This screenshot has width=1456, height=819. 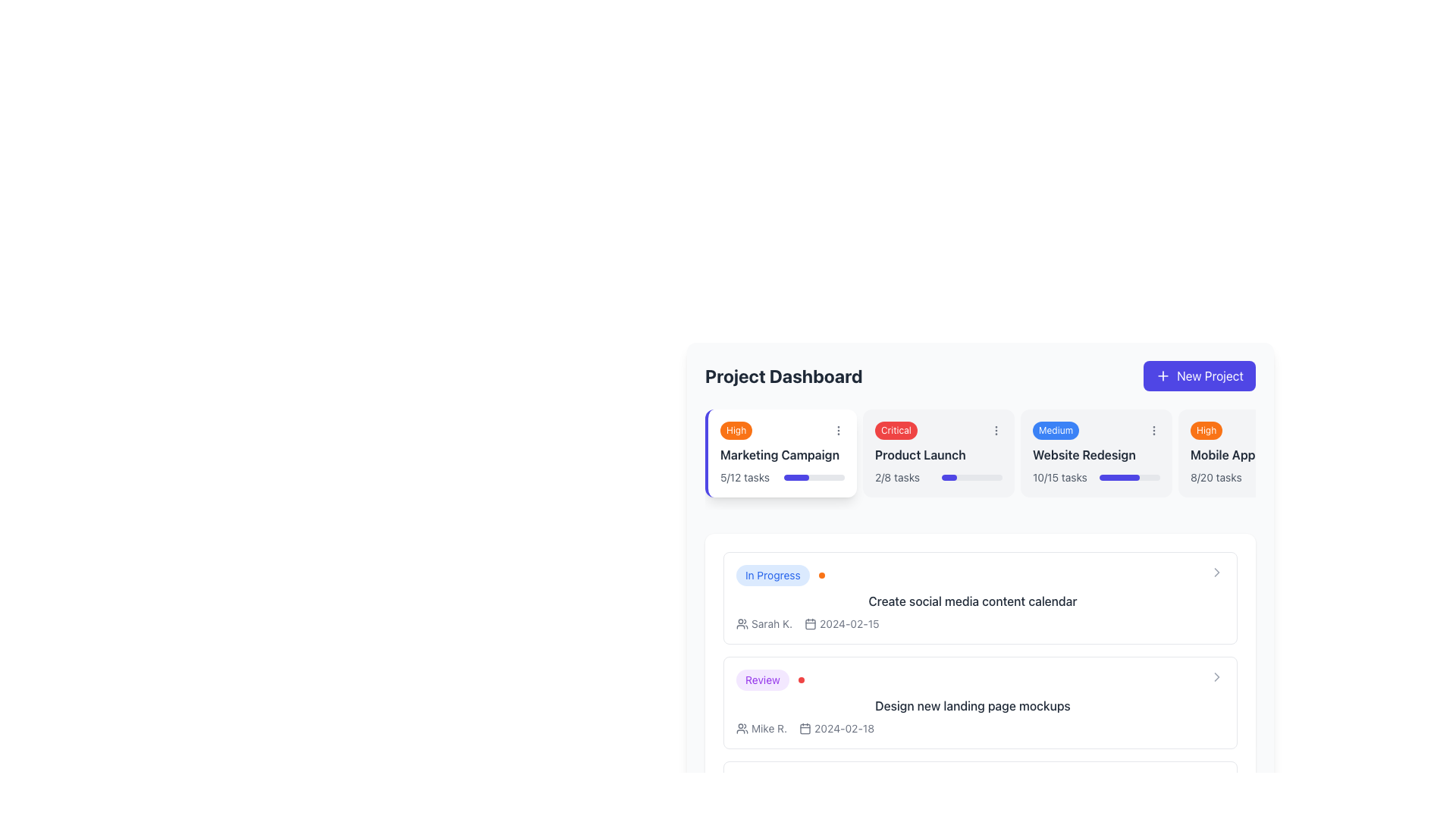 I want to click on status text from the blue pill-shaped label displaying 'In Progress' located on the Project Dashboard under the task 'Create social media content calendar', so click(x=773, y=576).